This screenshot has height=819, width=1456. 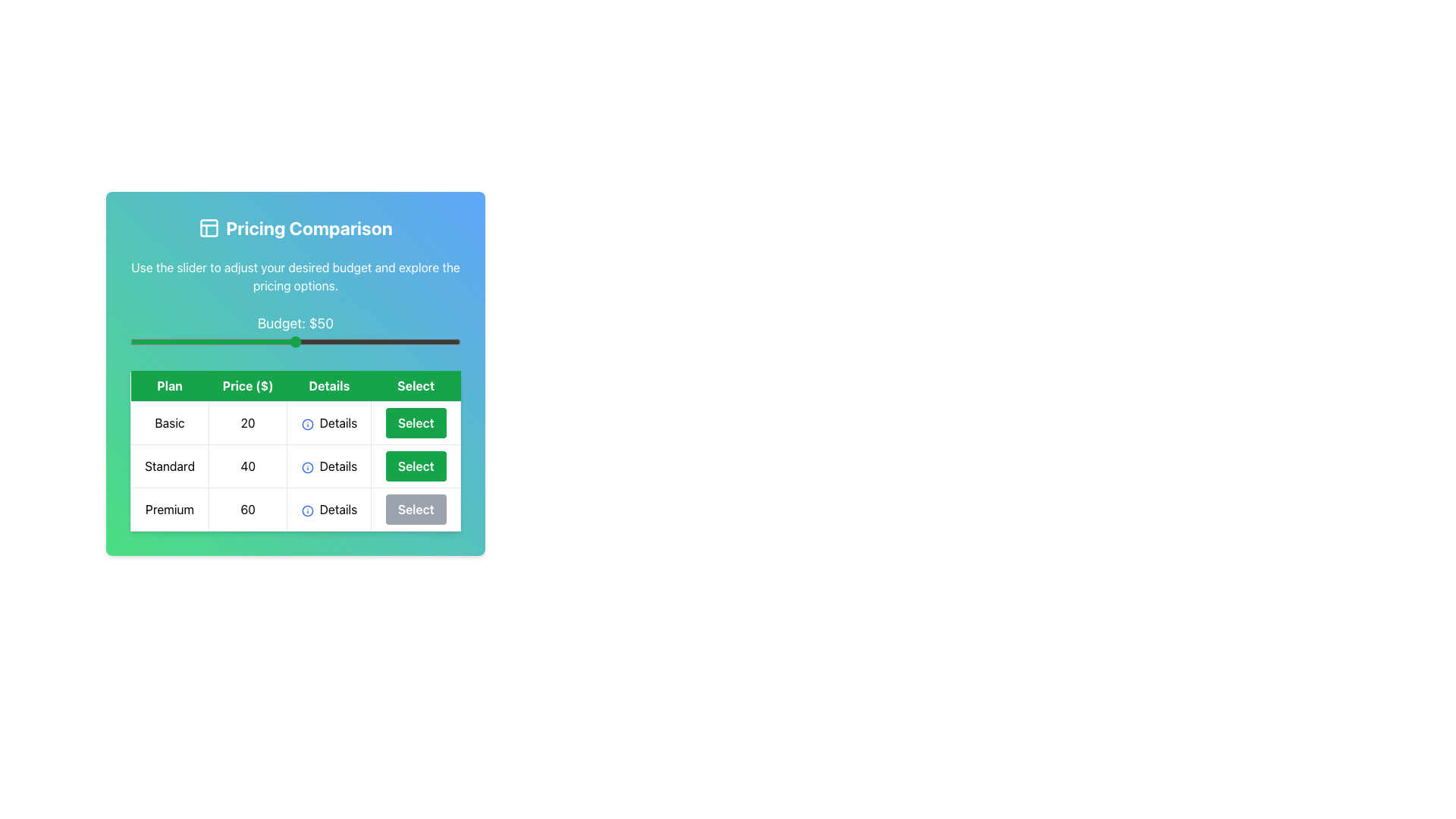 What do you see at coordinates (325, 342) in the screenshot?
I see `the budget` at bounding box center [325, 342].